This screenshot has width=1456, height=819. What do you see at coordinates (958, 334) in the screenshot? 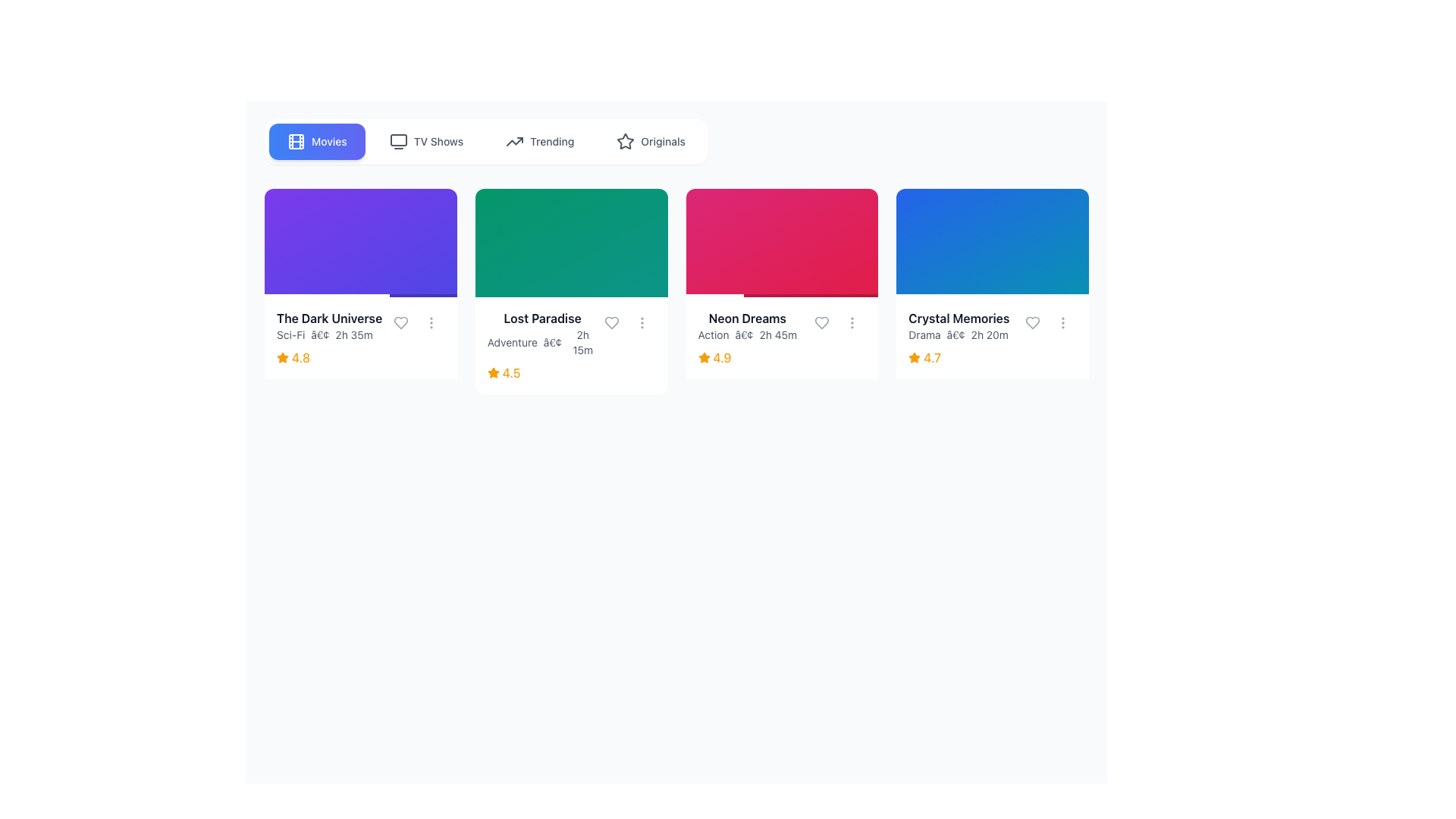
I see `text displayed in the label showing 'Drama • 2h 20m' located at the bottom right of the 'Crystal Memories' content card` at bounding box center [958, 334].